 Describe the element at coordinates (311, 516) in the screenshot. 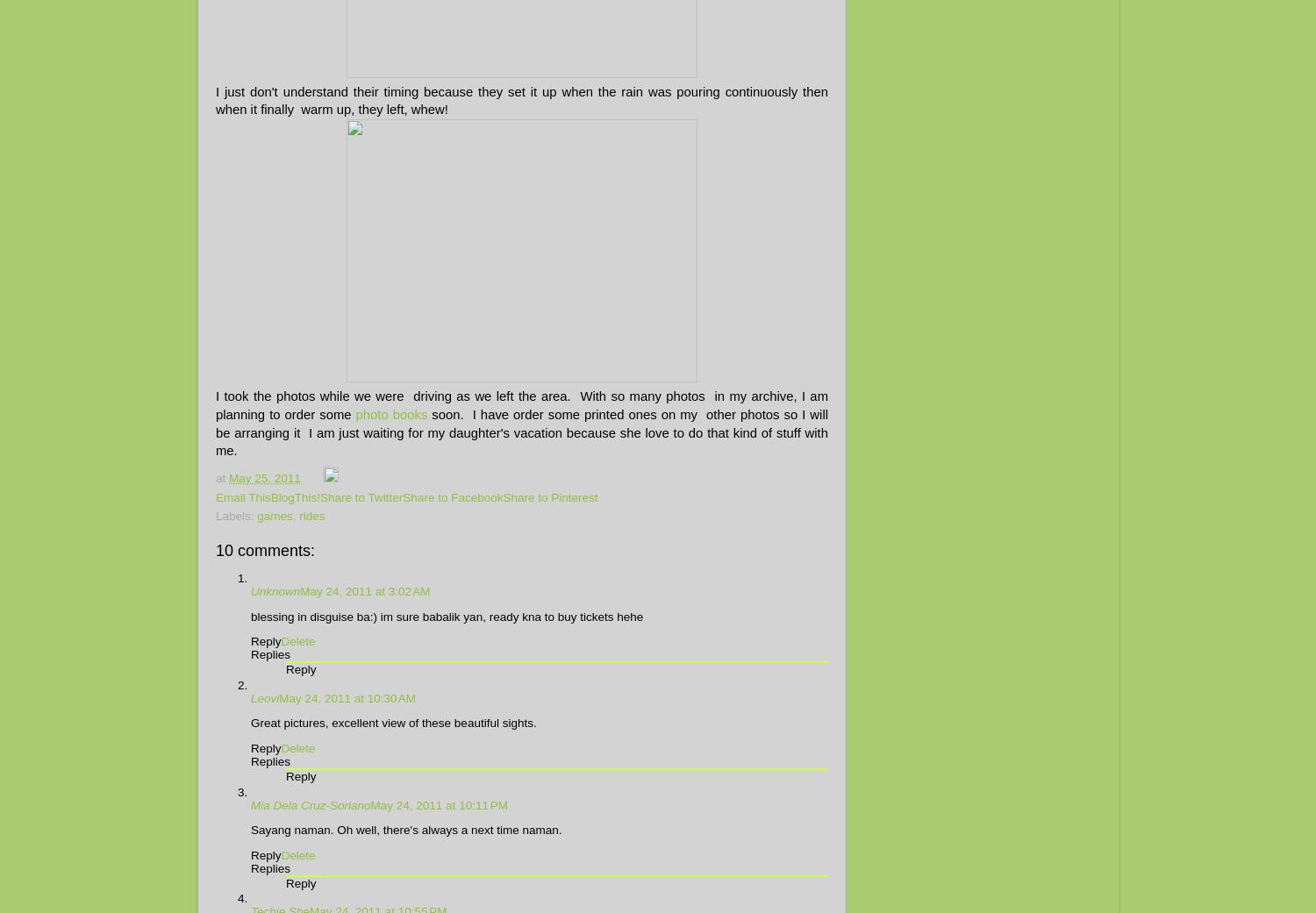

I see `'rides'` at that location.